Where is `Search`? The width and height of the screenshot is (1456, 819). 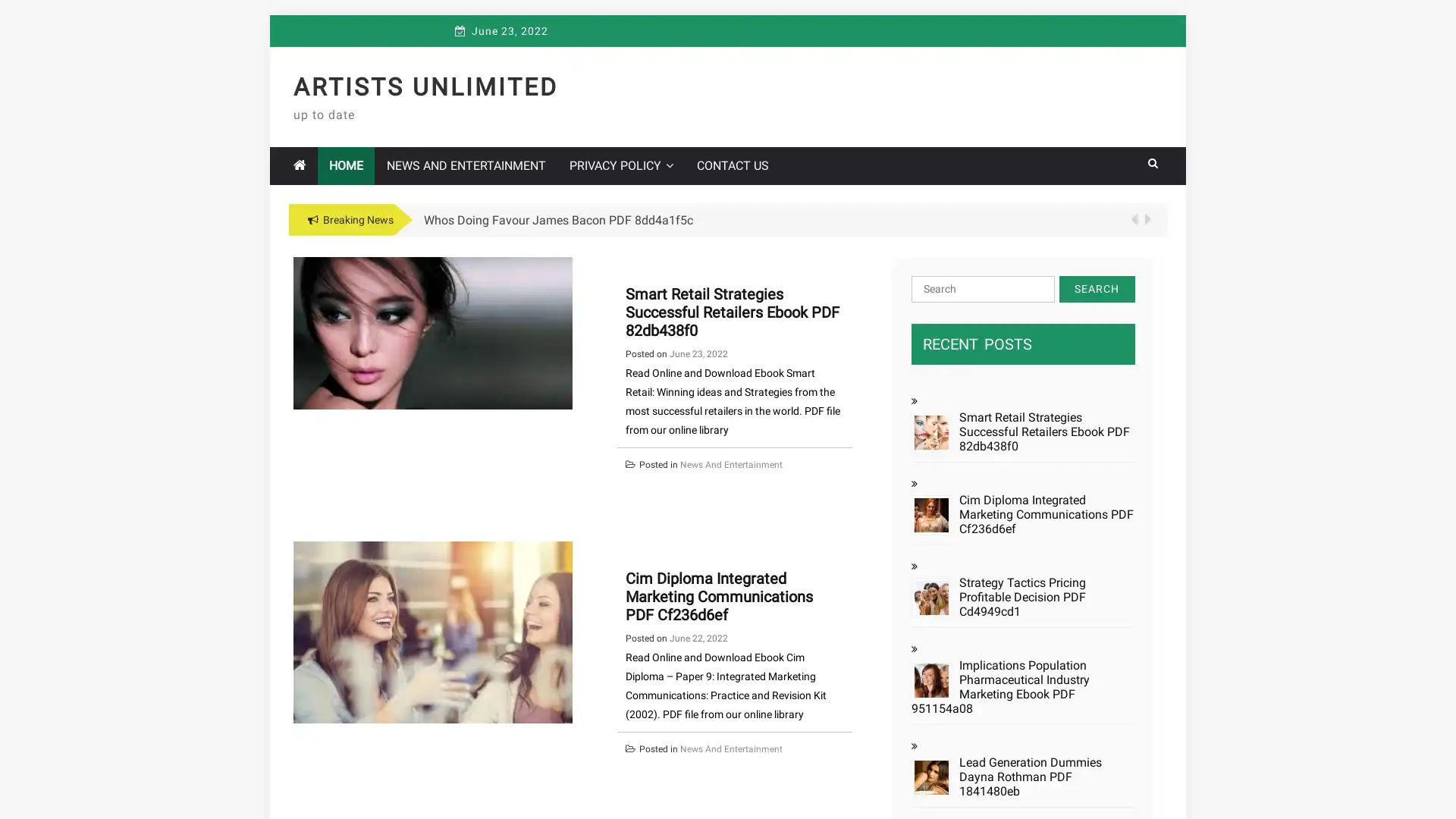
Search is located at coordinates (1096, 288).